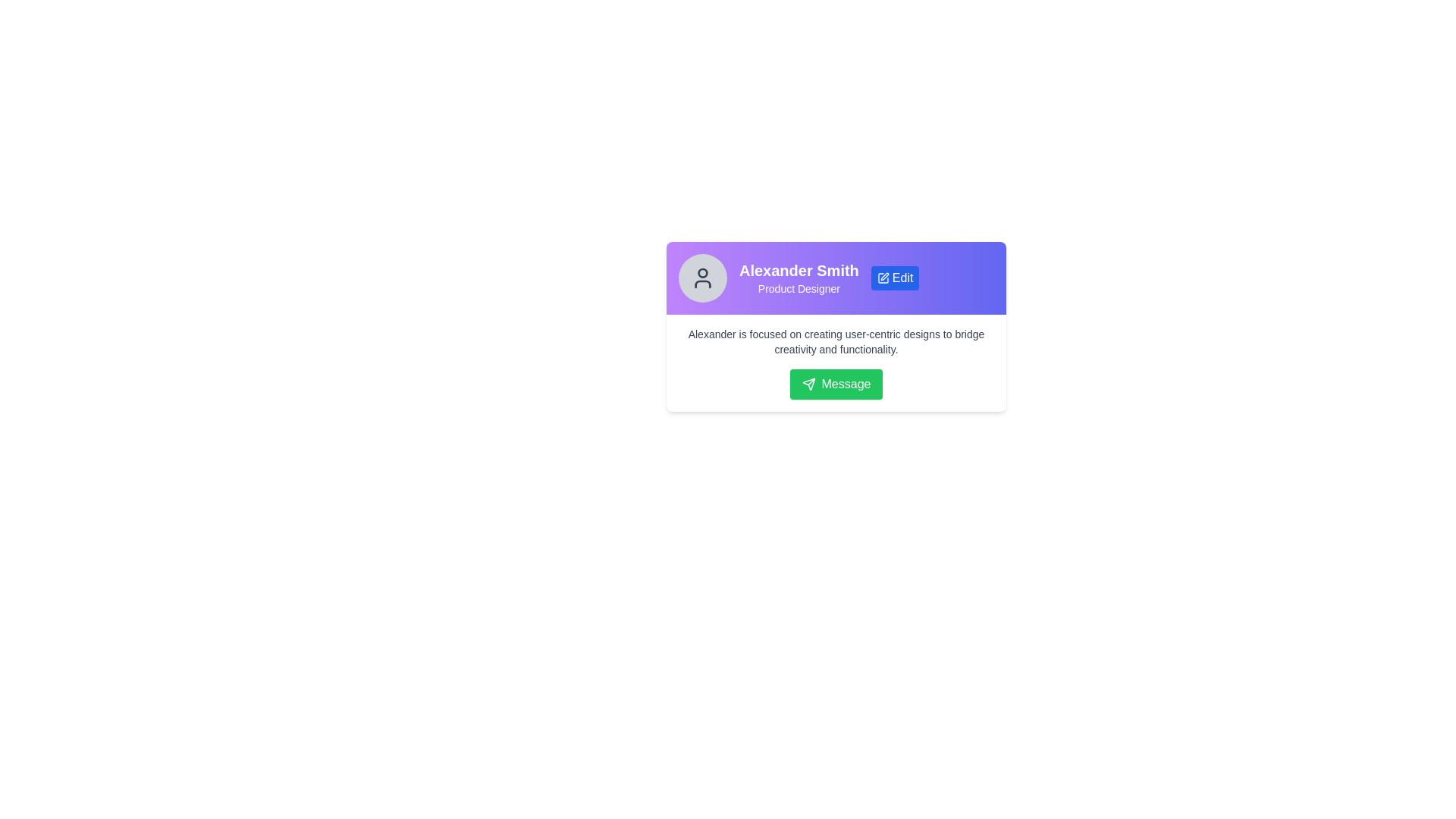 Image resolution: width=1456 pixels, height=819 pixels. Describe the element at coordinates (883, 278) in the screenshot. I see `the icon styled with a pen symbol inside a blue square outline located within the 'Edit' button to the left of the text label 'Edit'` at that location.